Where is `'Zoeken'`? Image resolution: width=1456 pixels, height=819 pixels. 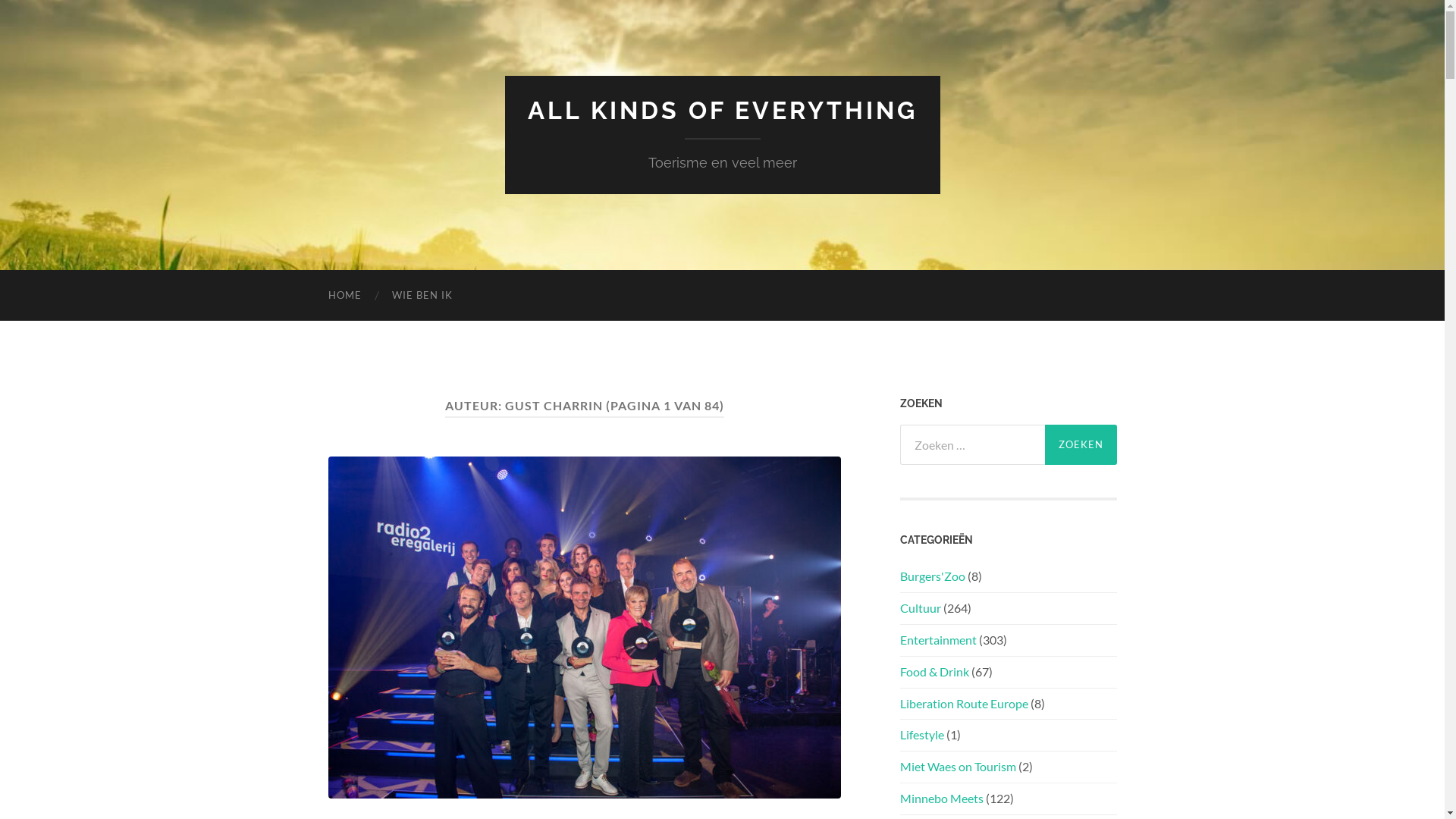
'Zoeken' is located at coordinates (1080, 444).